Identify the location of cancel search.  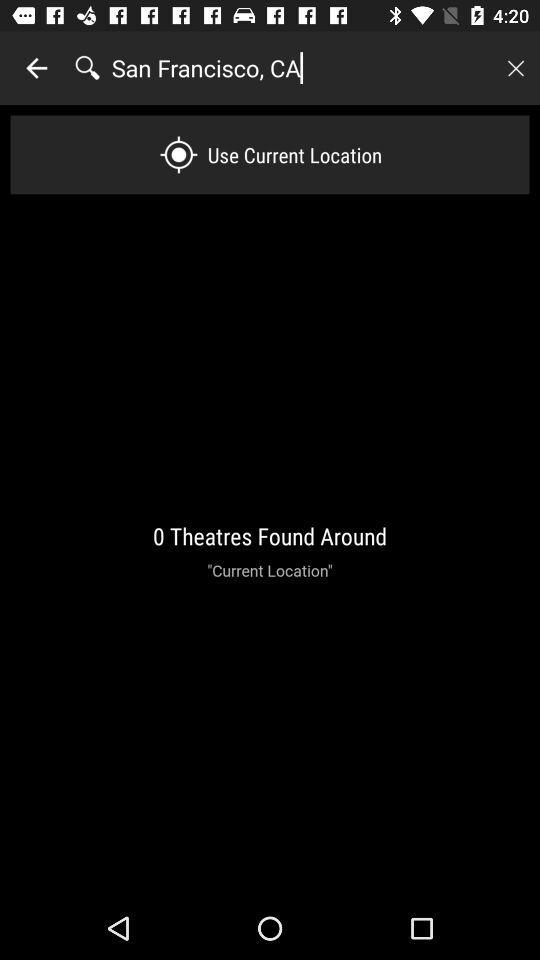
(515, 68).